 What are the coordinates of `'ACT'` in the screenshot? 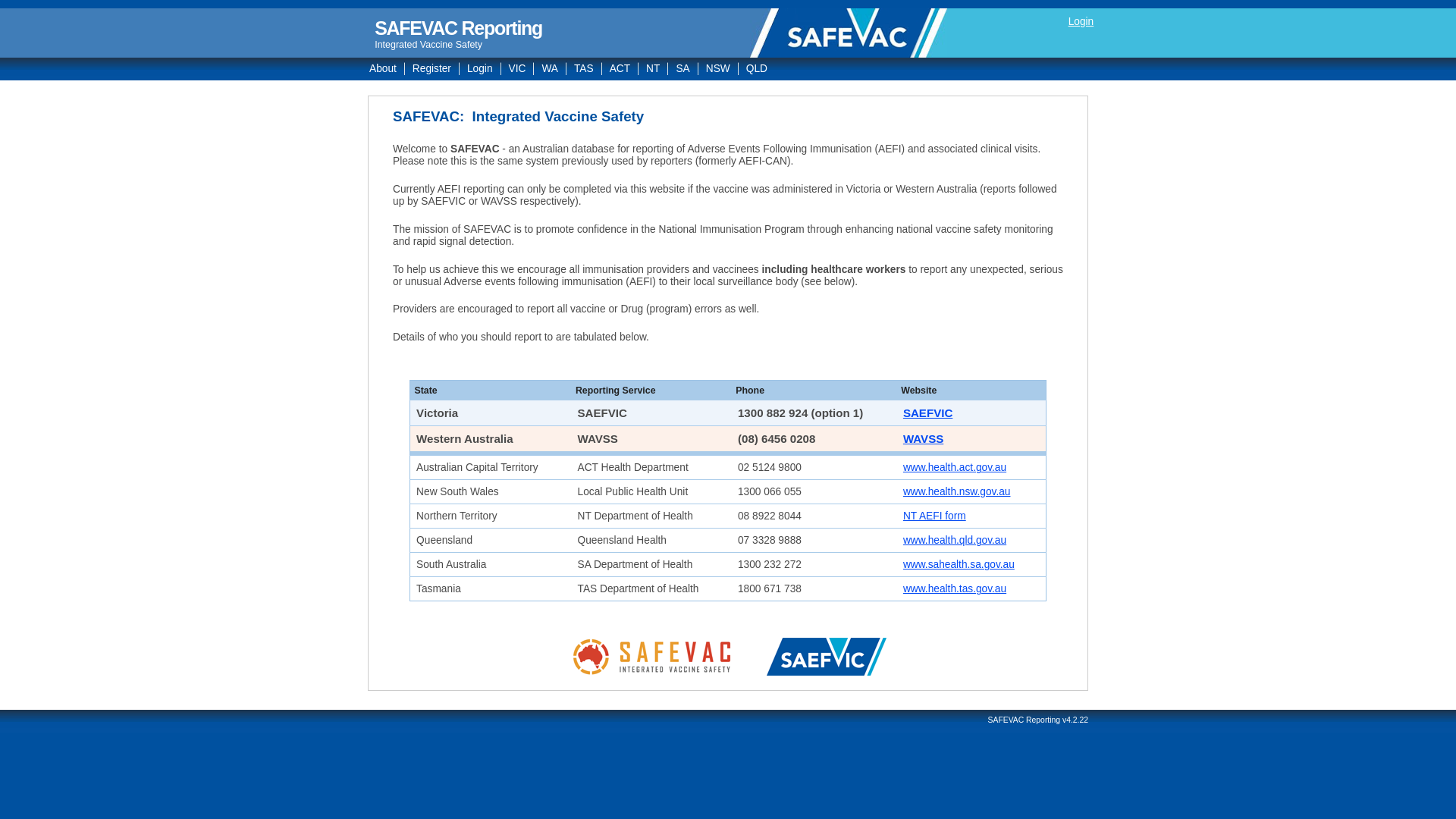 It's located at (601, 68).